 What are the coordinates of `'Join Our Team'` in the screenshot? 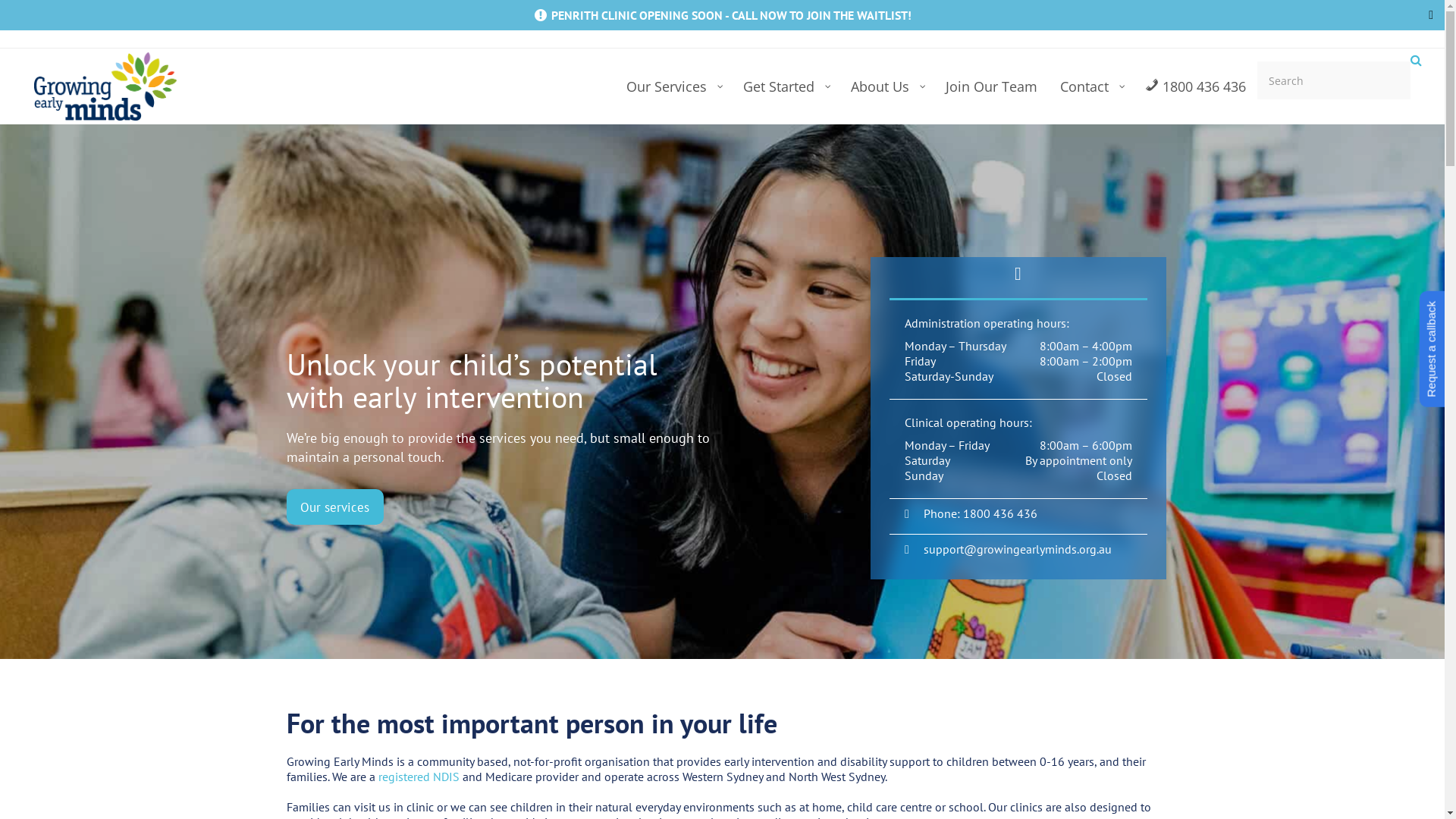 It's located at (991, 86).